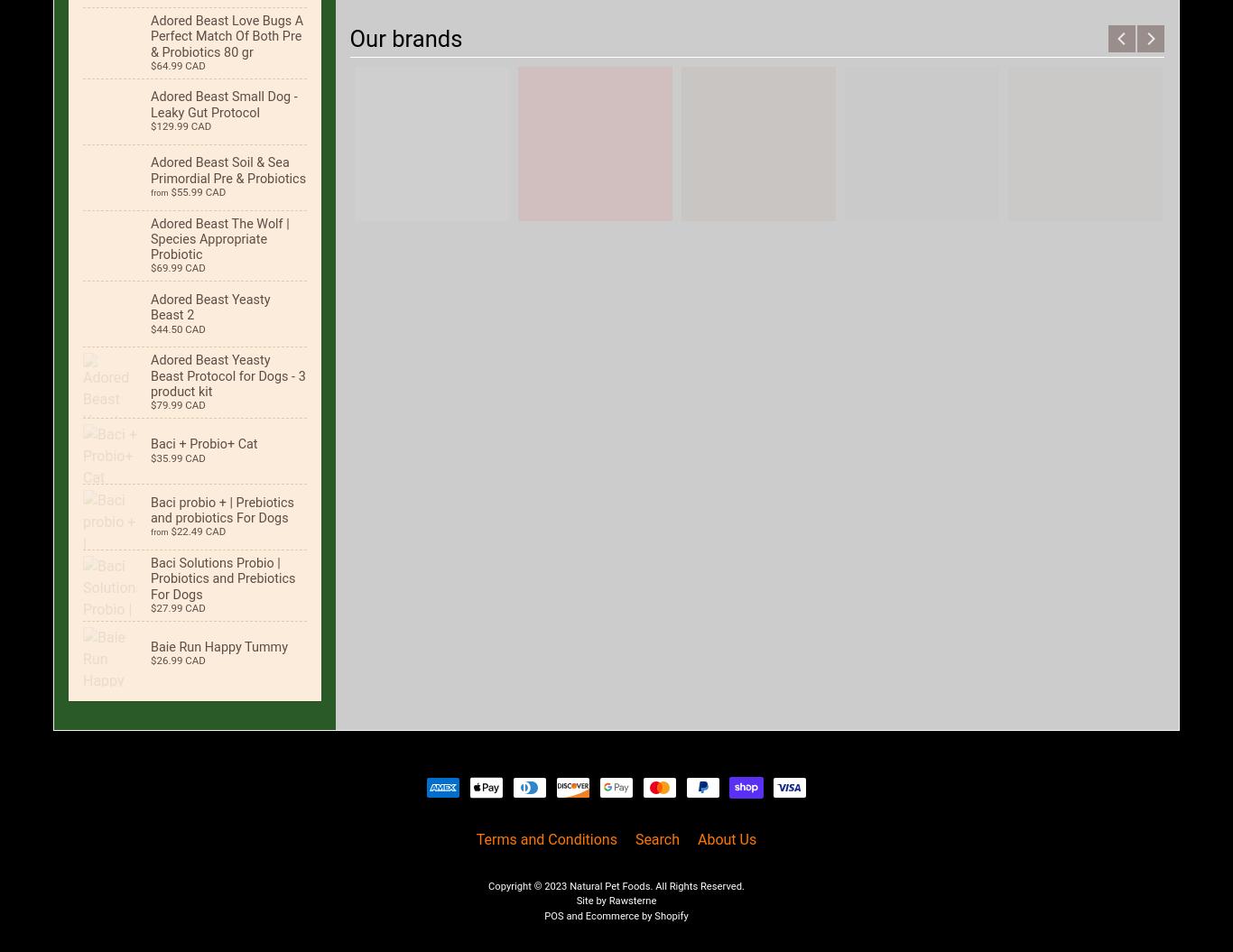 The width and height of the screenshot is (1233, 952). What do you see at coordinates (573, 915) in the screenshot?
I see `'and'` at bounding box center [573, 915].